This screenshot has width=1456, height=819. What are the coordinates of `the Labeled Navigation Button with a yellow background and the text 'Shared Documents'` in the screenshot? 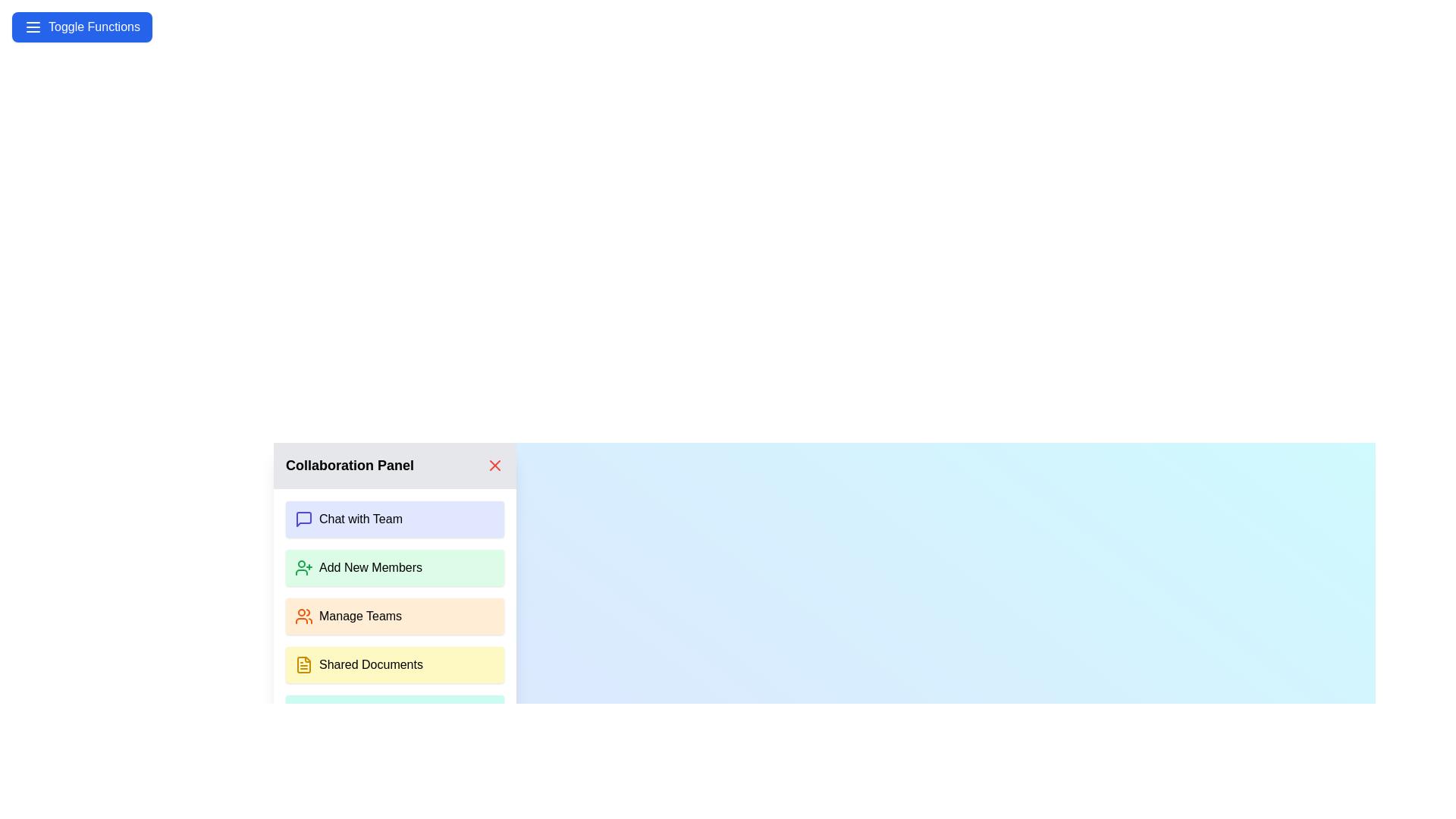 It's located at (395, 664).